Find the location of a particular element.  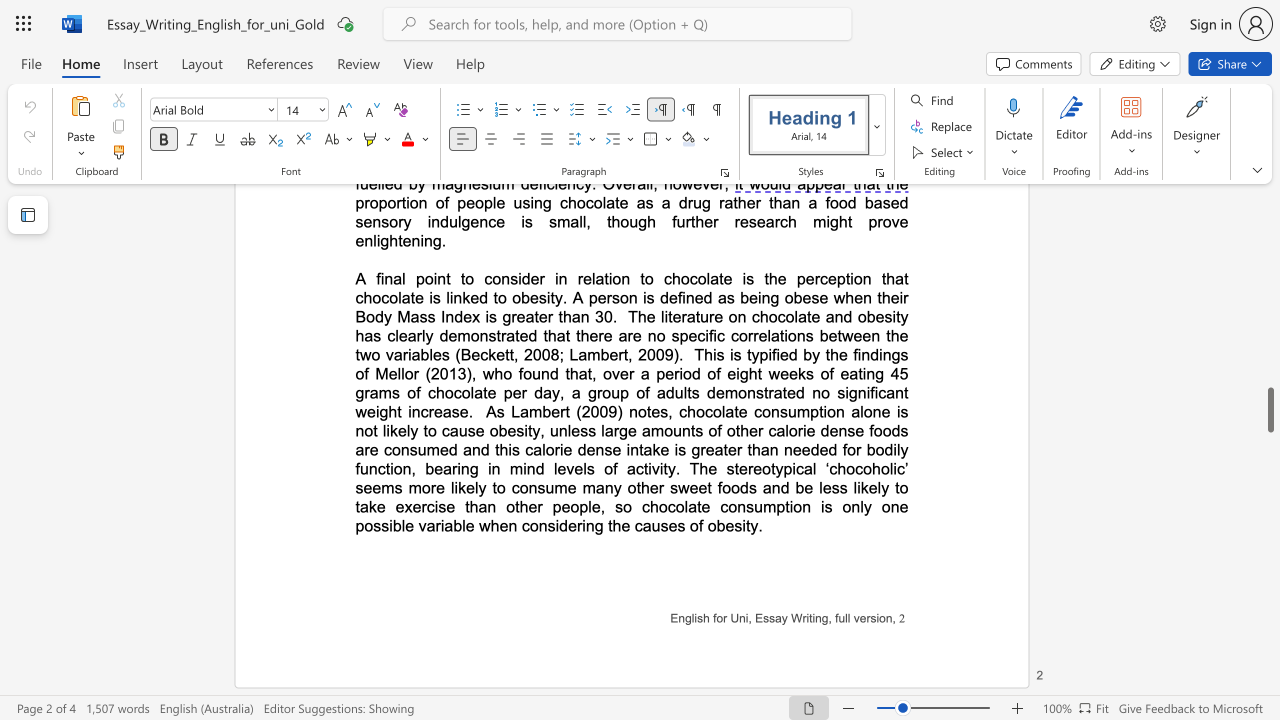

the vertical scrollbar to raise the page content is located at coordinates (1269, 310).